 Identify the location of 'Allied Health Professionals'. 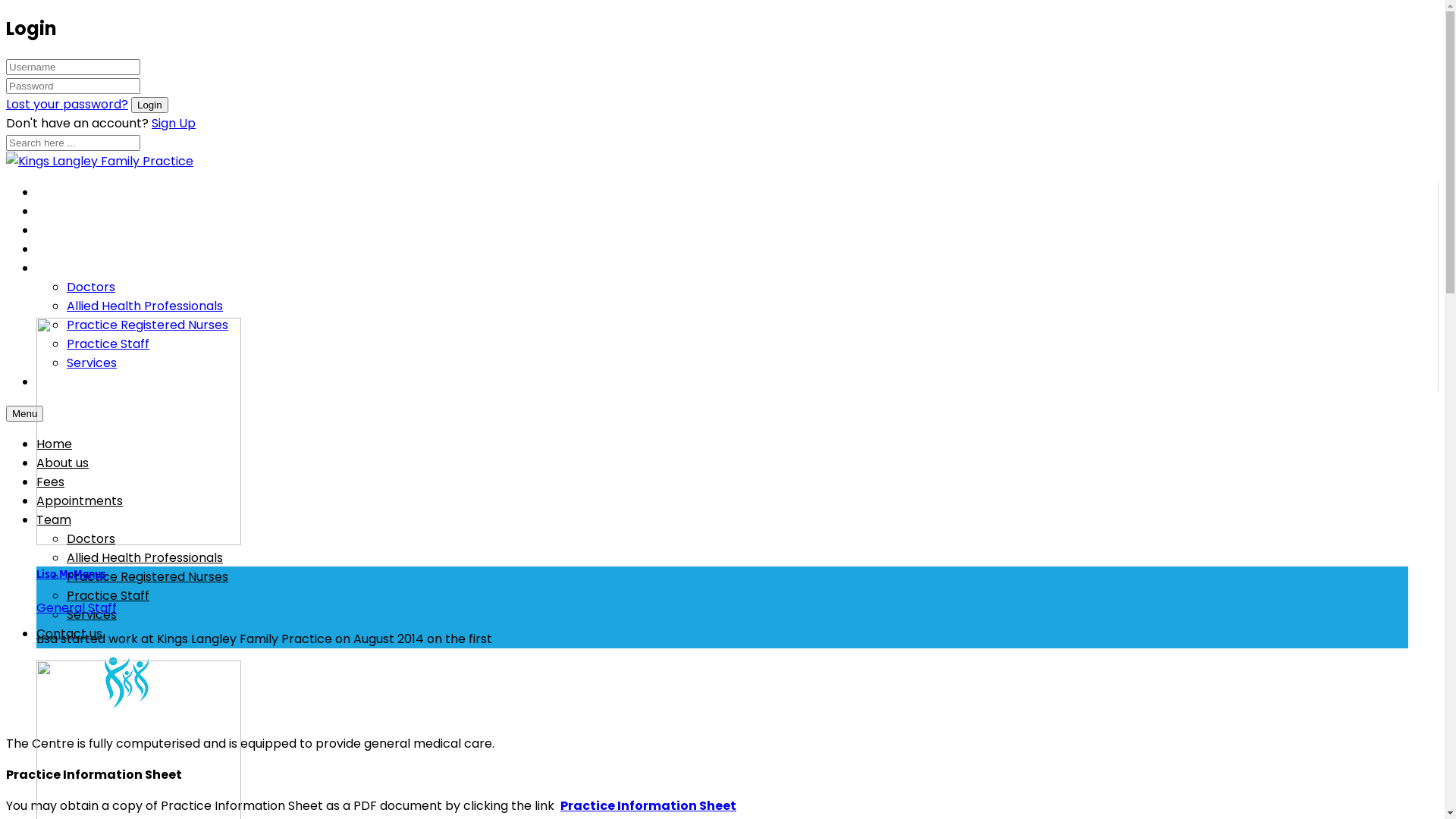
(65, 306).